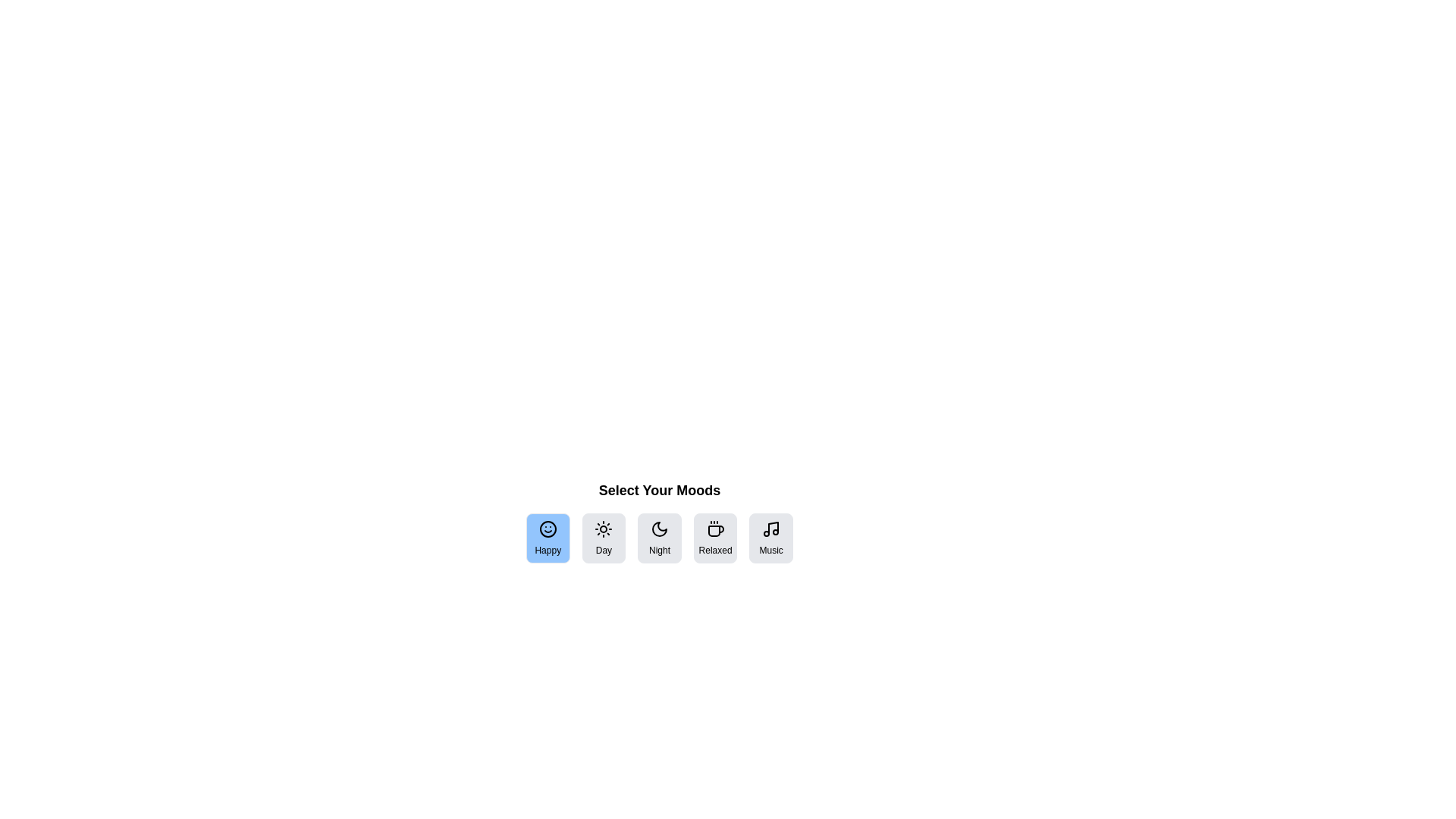 The height and width of the screenshot is (819, 1456). Describe the element at coordinates (771, 529) in the screenshot. I see `the musical note icon with thin black outlines against a light gray rounded square background, located in the last interactive button of the mood options row` at that location.